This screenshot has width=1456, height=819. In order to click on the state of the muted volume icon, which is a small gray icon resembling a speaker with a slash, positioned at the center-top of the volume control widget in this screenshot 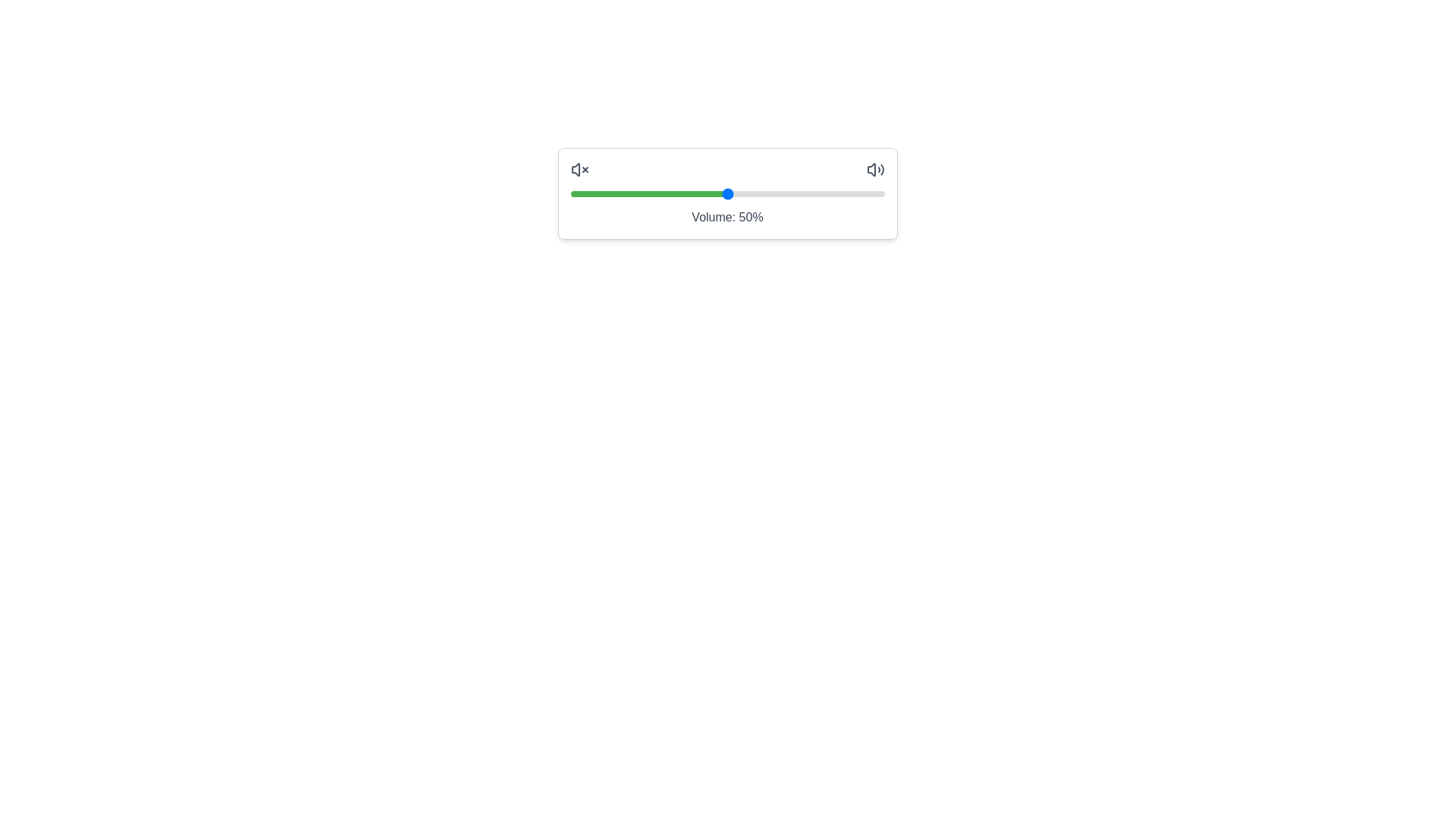, I will do `click(574, 169)`.